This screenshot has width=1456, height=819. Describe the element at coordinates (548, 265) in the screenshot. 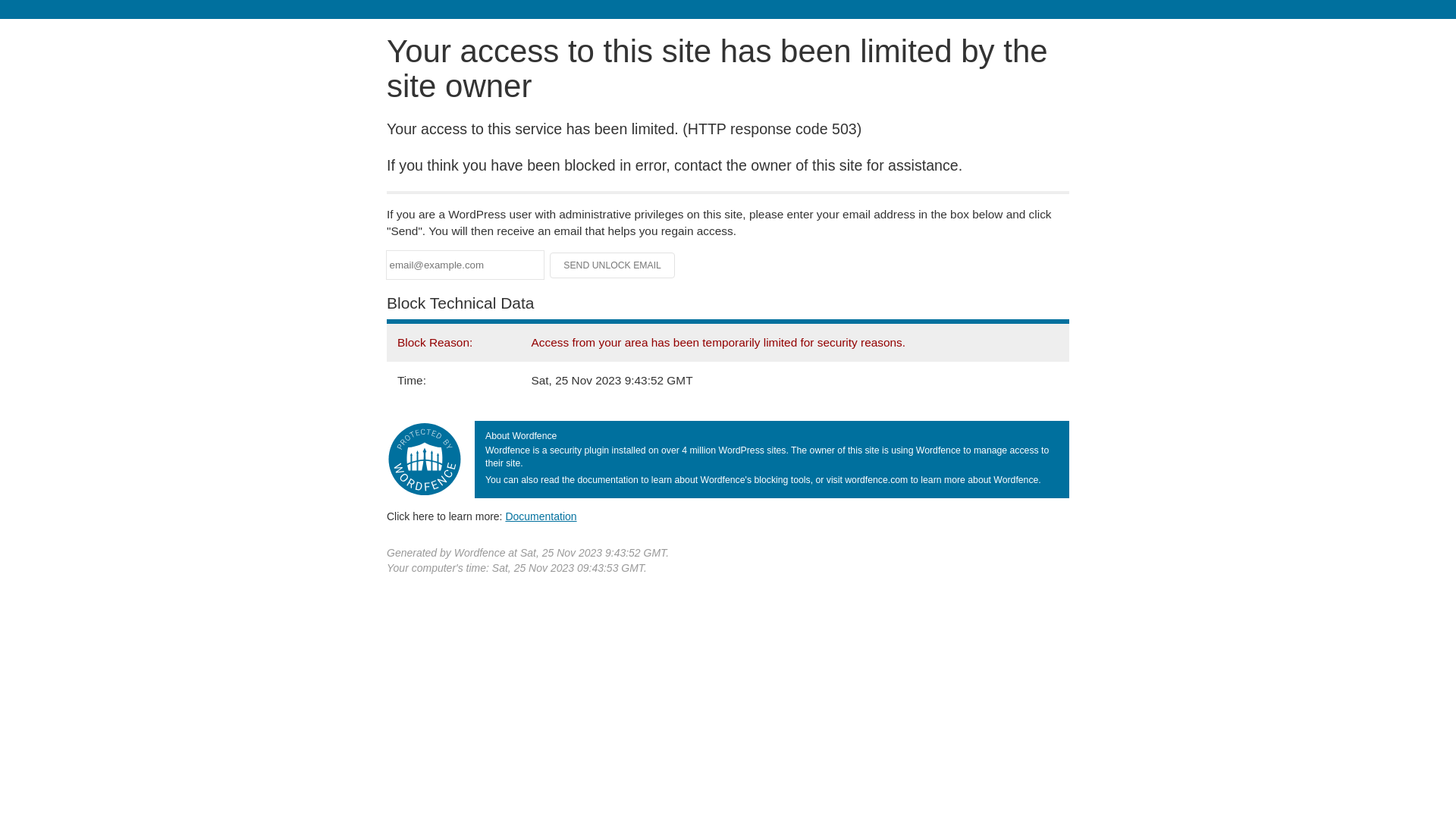

I see `'Send Unlock Email'` at that location.